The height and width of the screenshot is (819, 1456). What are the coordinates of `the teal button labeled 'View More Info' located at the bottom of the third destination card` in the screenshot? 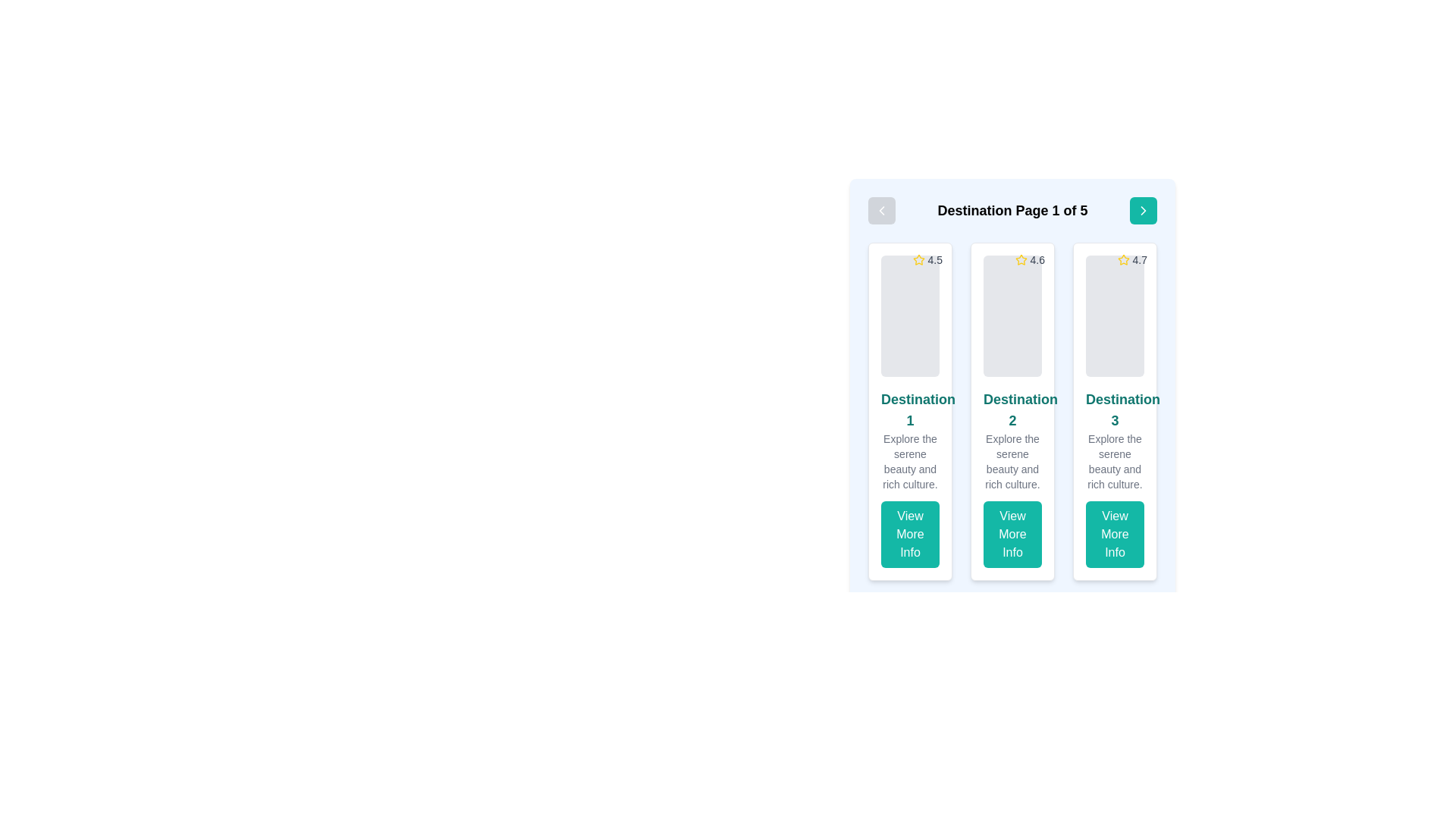 It's located at (1115, 534).